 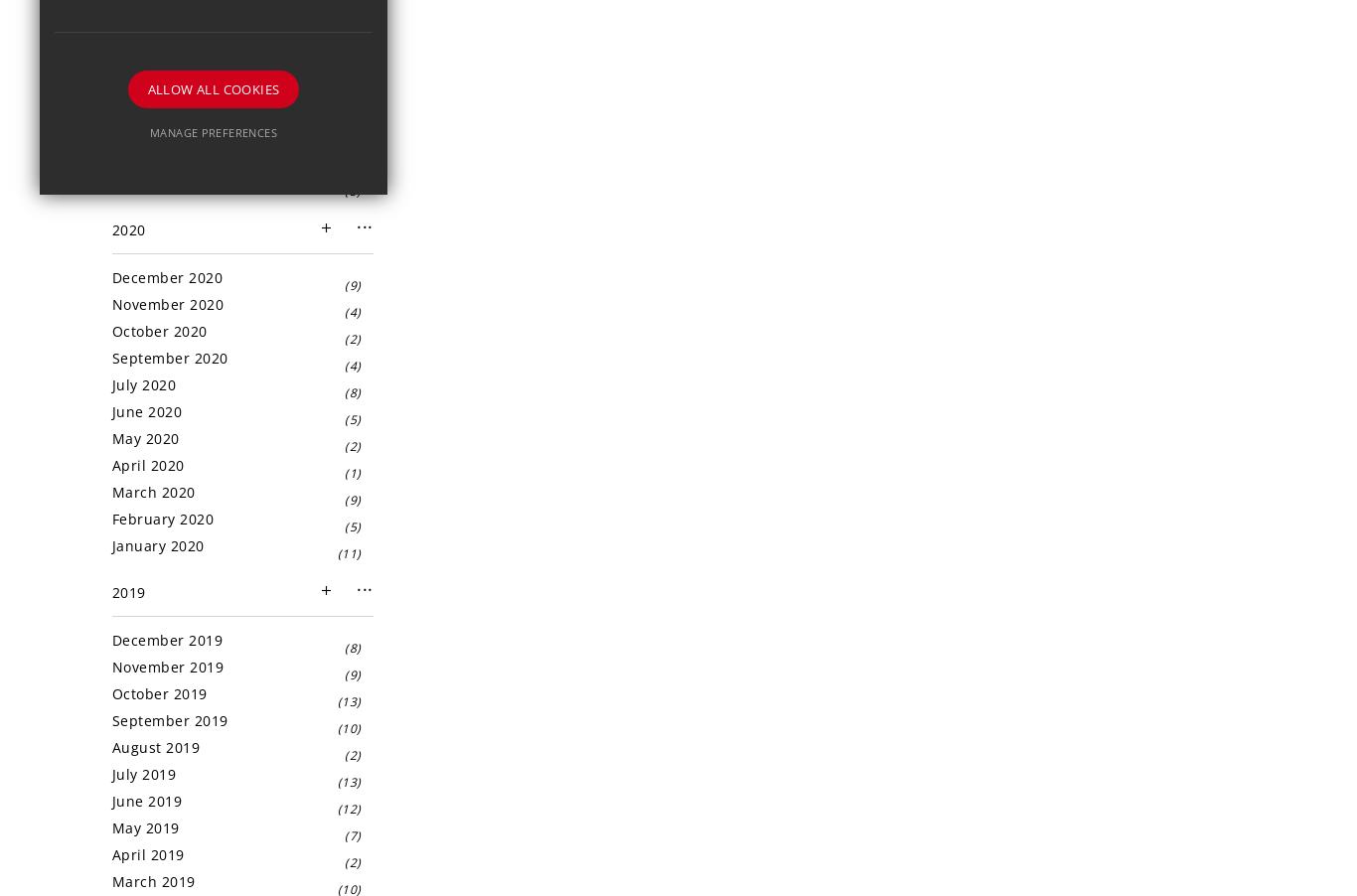 What do you see at coordinates (166, 666) in the screenshot?
I see `'November 2019'` at bounding box center [166, 666].